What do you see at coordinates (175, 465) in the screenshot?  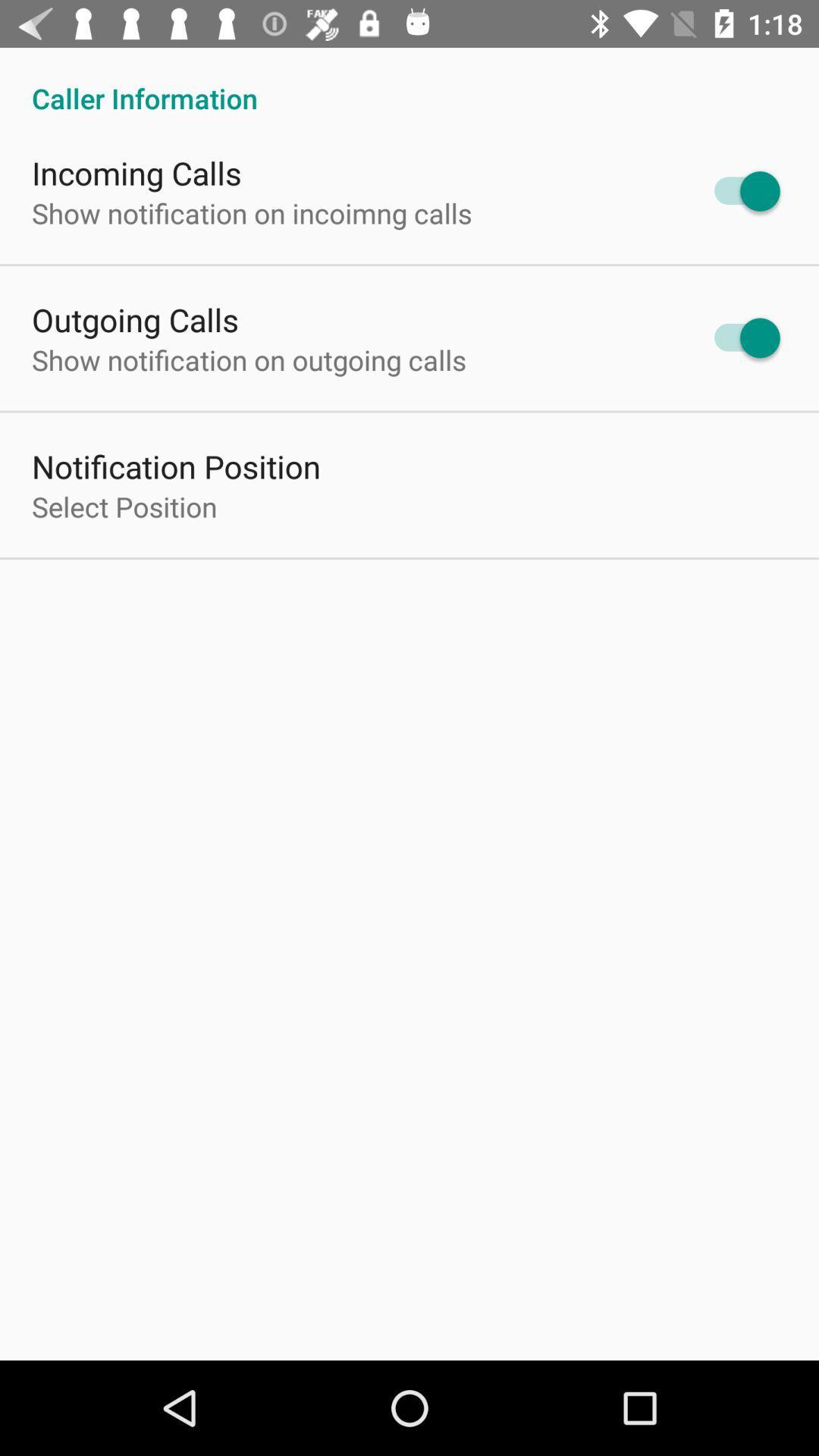 I see `icon below show notification on app` at bounding box center [175, 465].